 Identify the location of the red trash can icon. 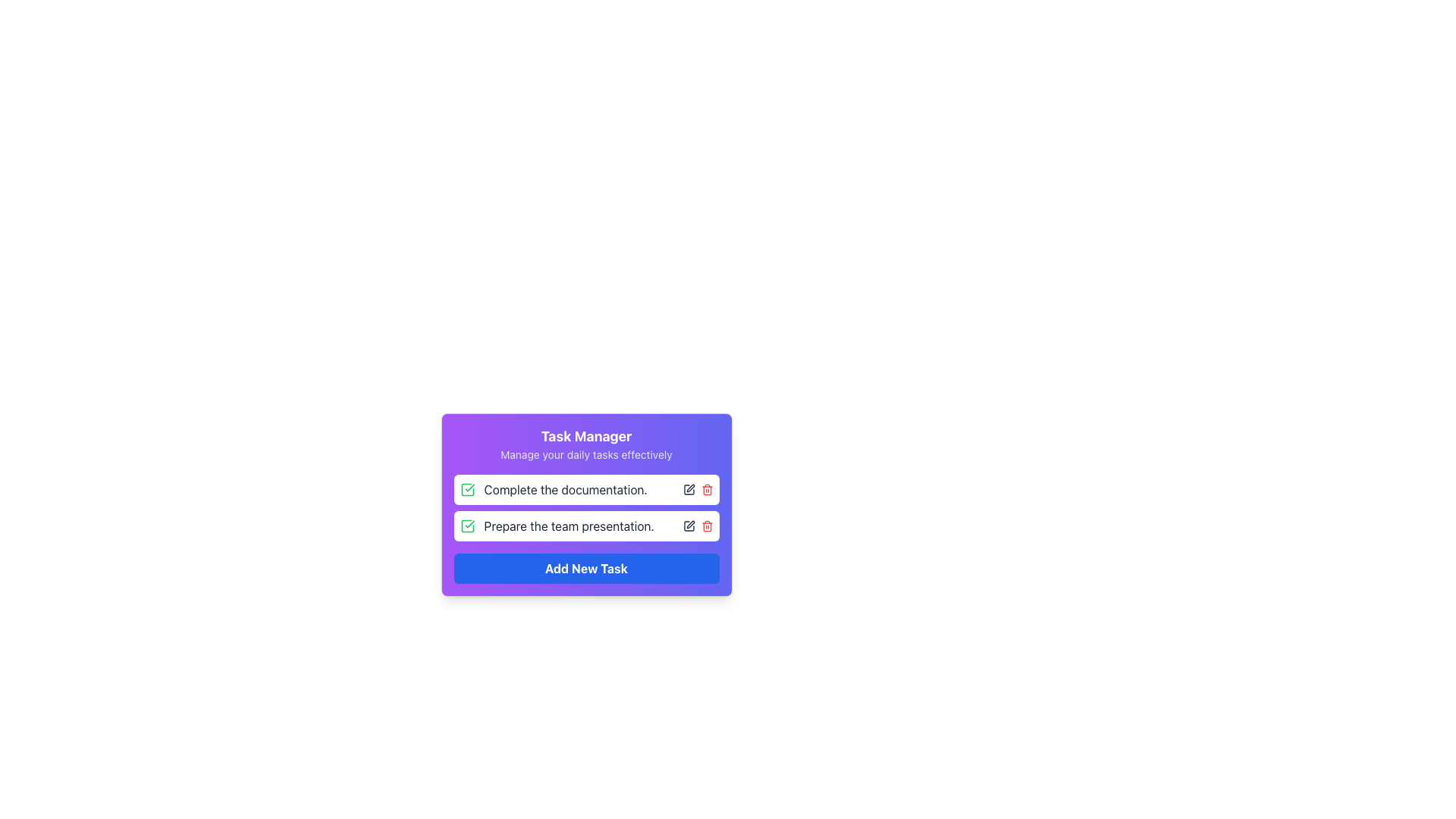
(706, 489).